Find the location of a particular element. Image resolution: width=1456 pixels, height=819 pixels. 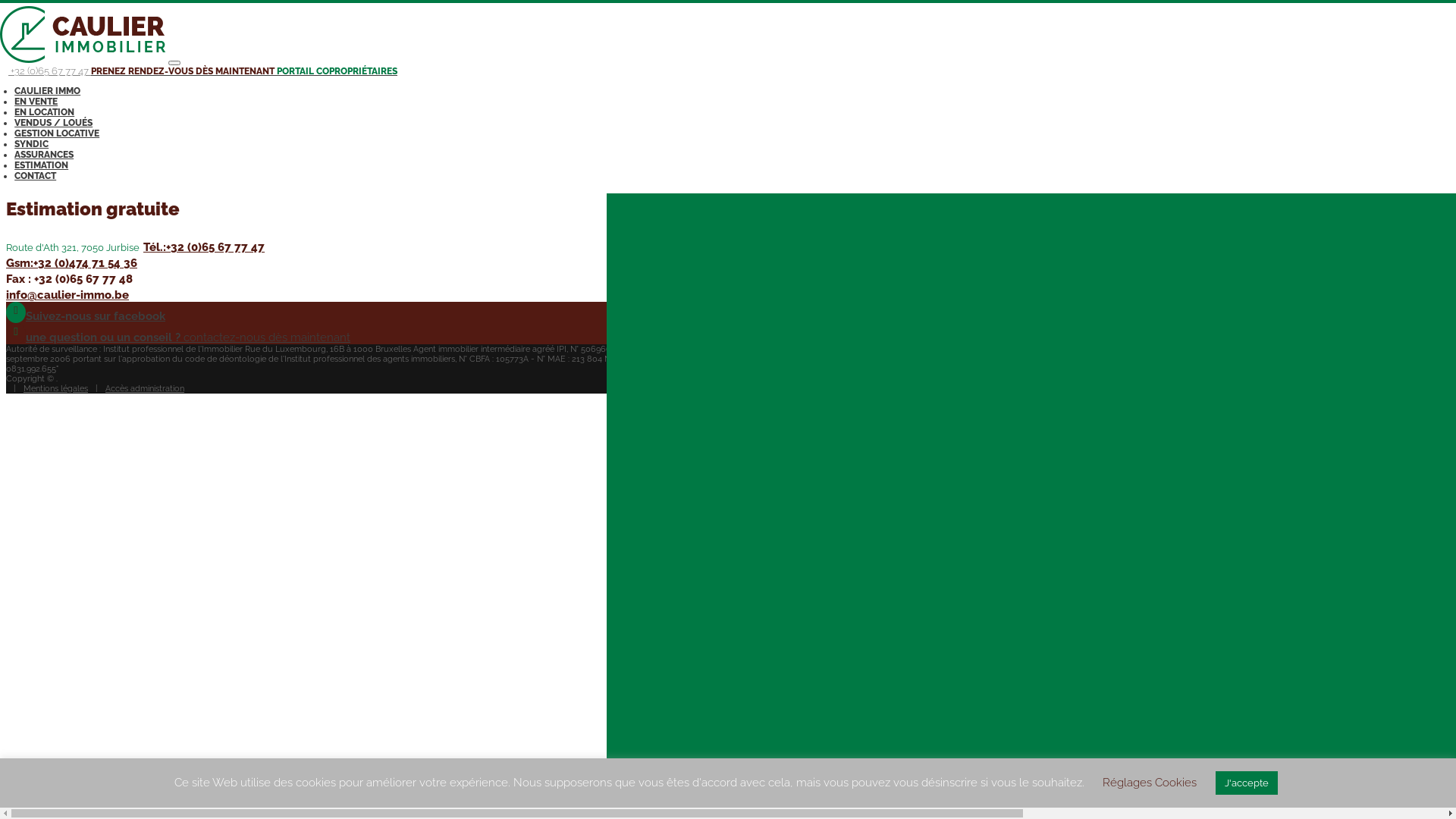

'EN VENTE' is located at coordinates (36, 102).